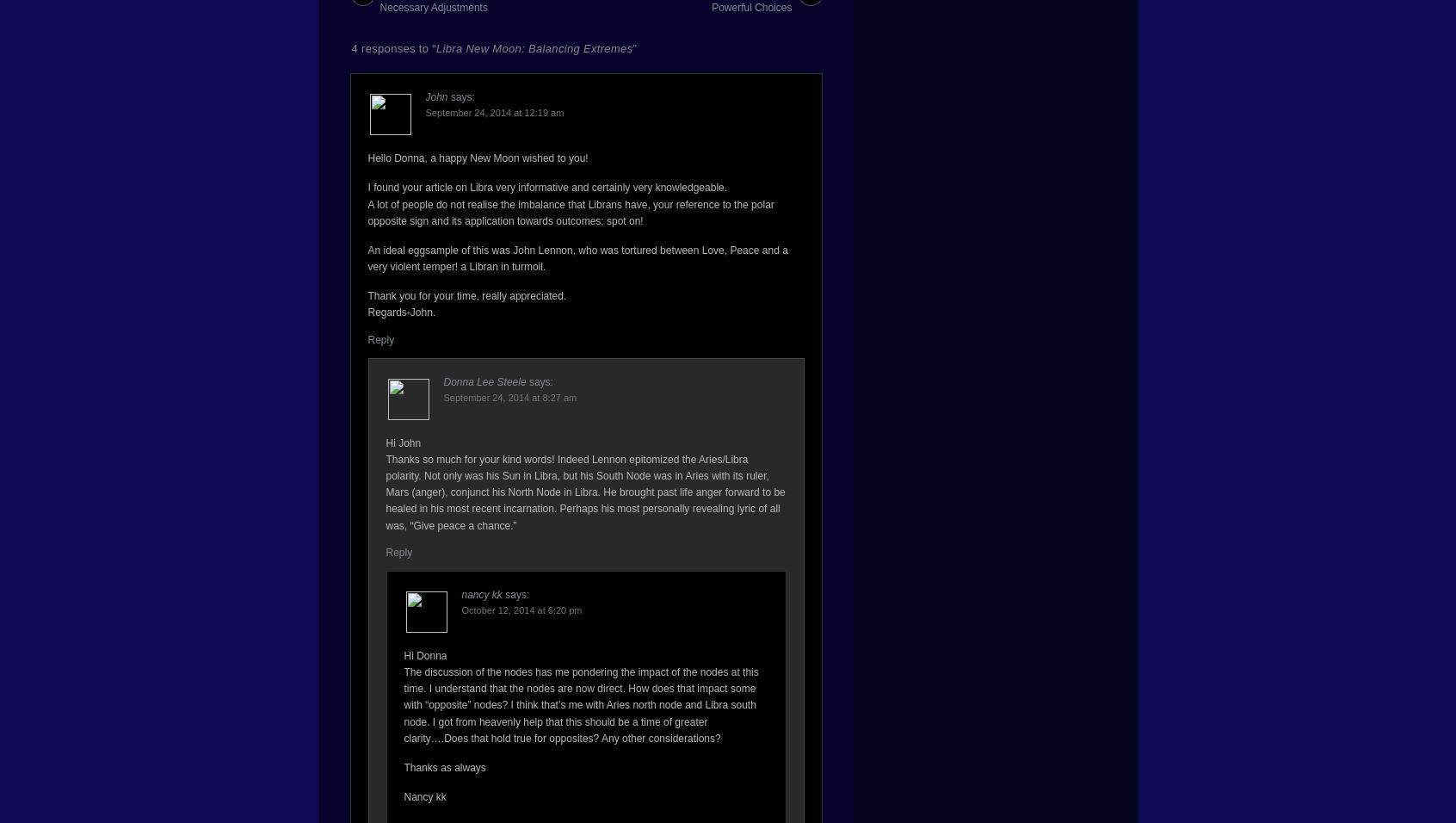  What do you see at coordinates (547, 187) in the screenshot?
I see `'I found your article on Libra very informative and certainly very knowledgeable.'` at bounding box center [547, 187].